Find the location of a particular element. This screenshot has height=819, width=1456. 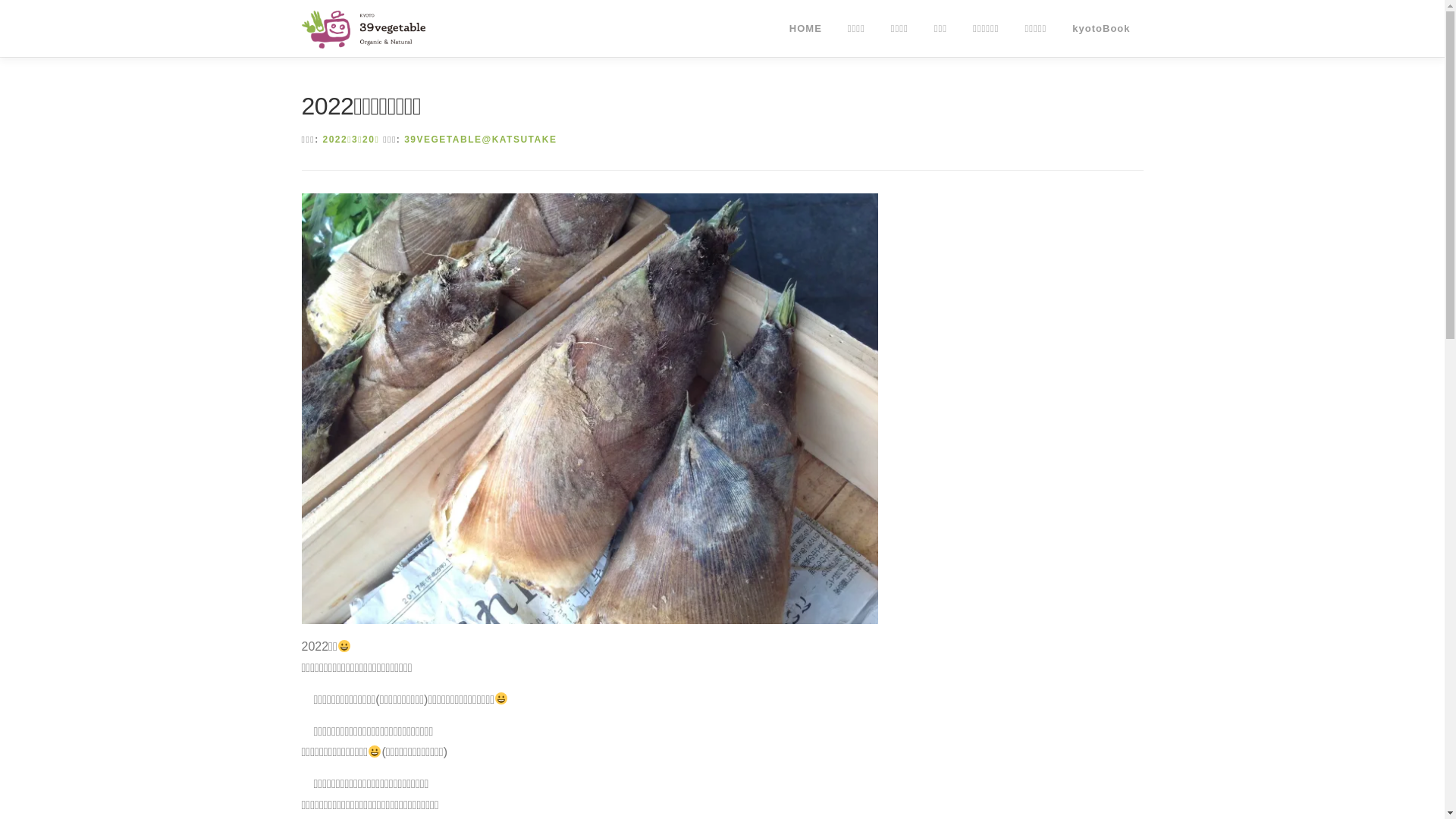

'39VEGETABLE@KATSUTAKE' is located at coordinates (479, 140).